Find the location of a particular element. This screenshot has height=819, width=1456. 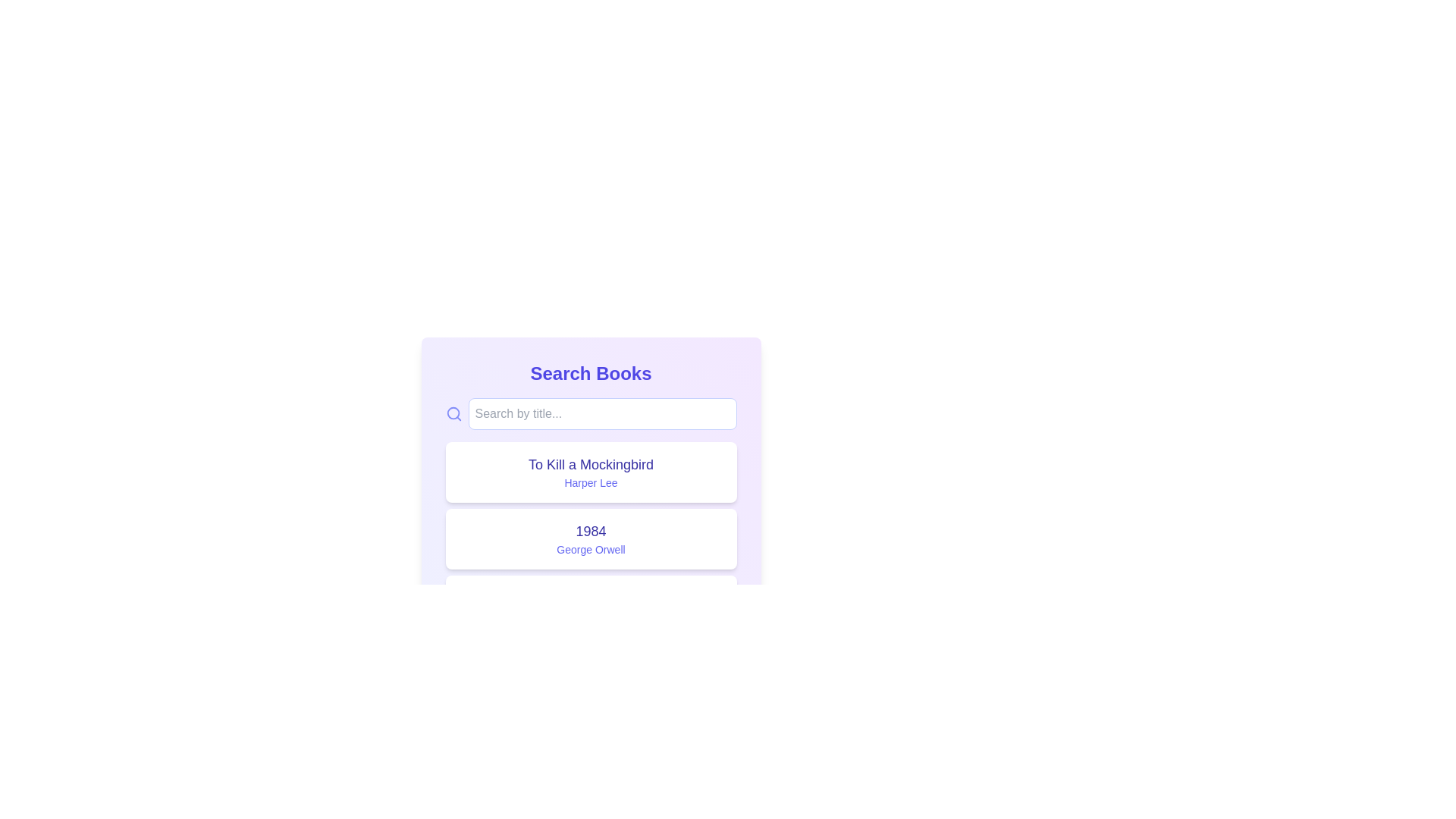

the text label displaying 'Harper Lee' which is styled in medium indigo color and located beneath the 'To Kill a Mockingbird' label is located at coordinates (590, 482).